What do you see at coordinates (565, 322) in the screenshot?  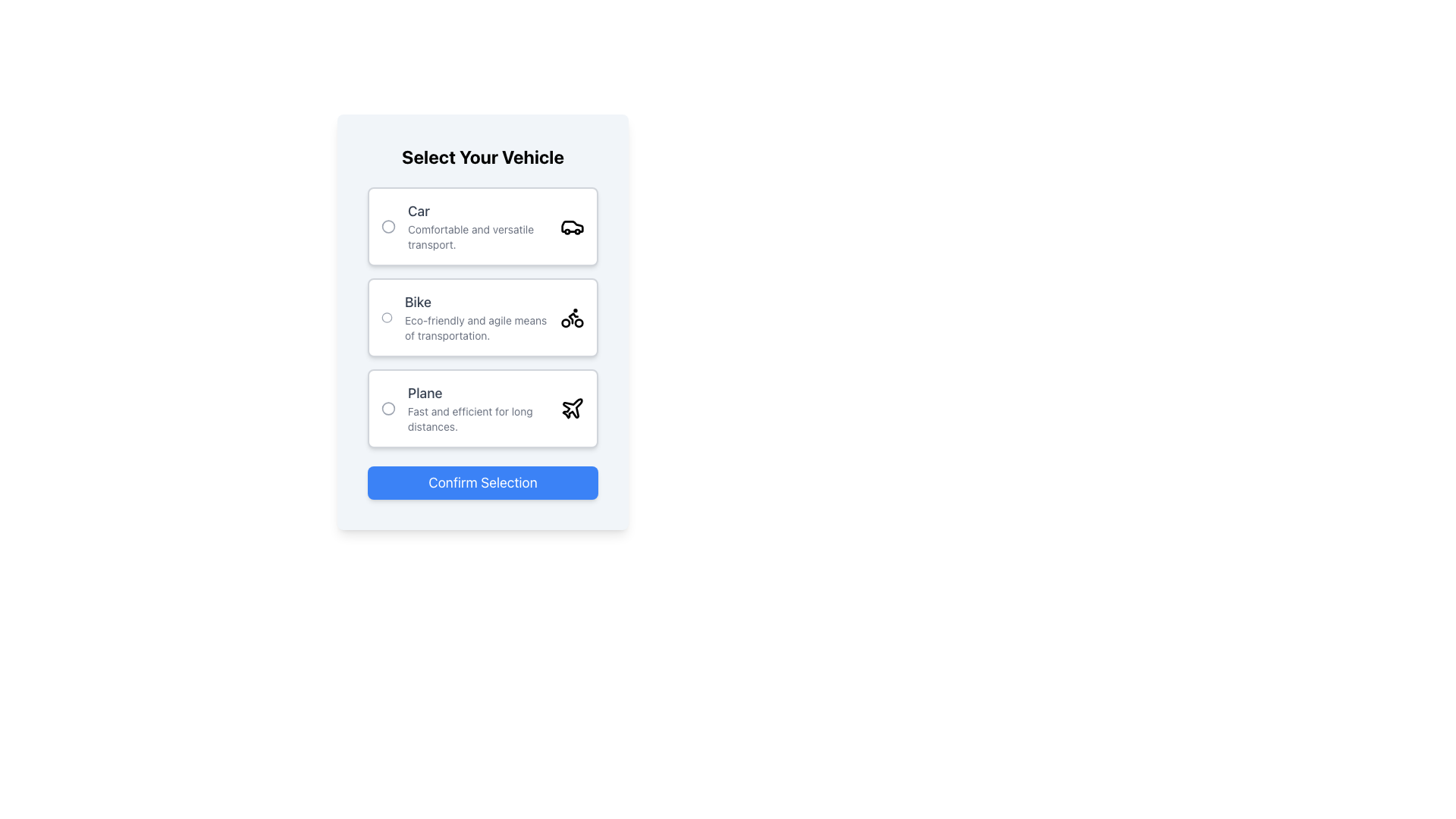 I see `the circular component (left wheel) of the bike icon in the second choice card adjacent to the 'Bike' label` at bounding box center [565, 322].